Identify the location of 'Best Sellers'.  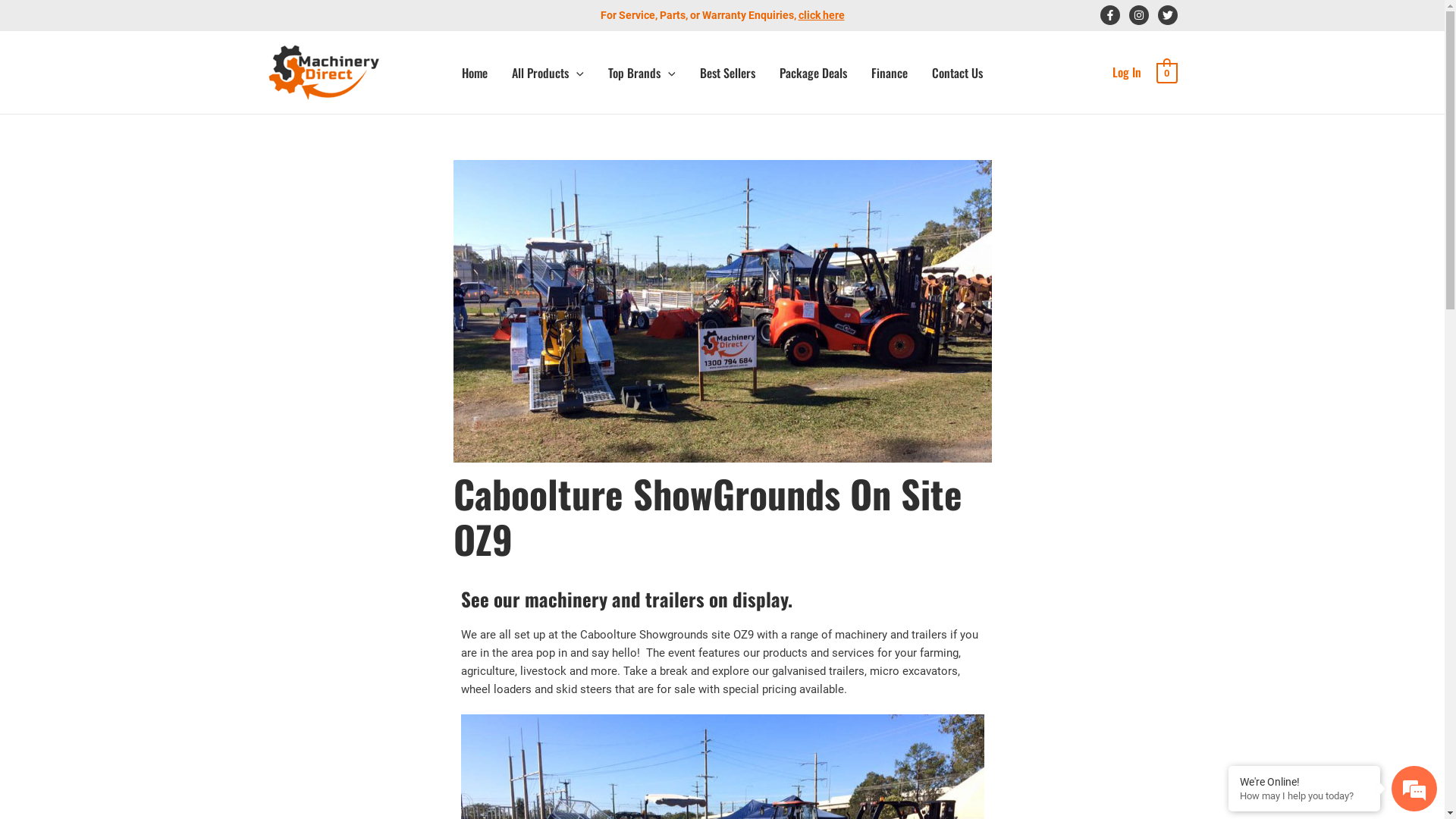
(726, 73).